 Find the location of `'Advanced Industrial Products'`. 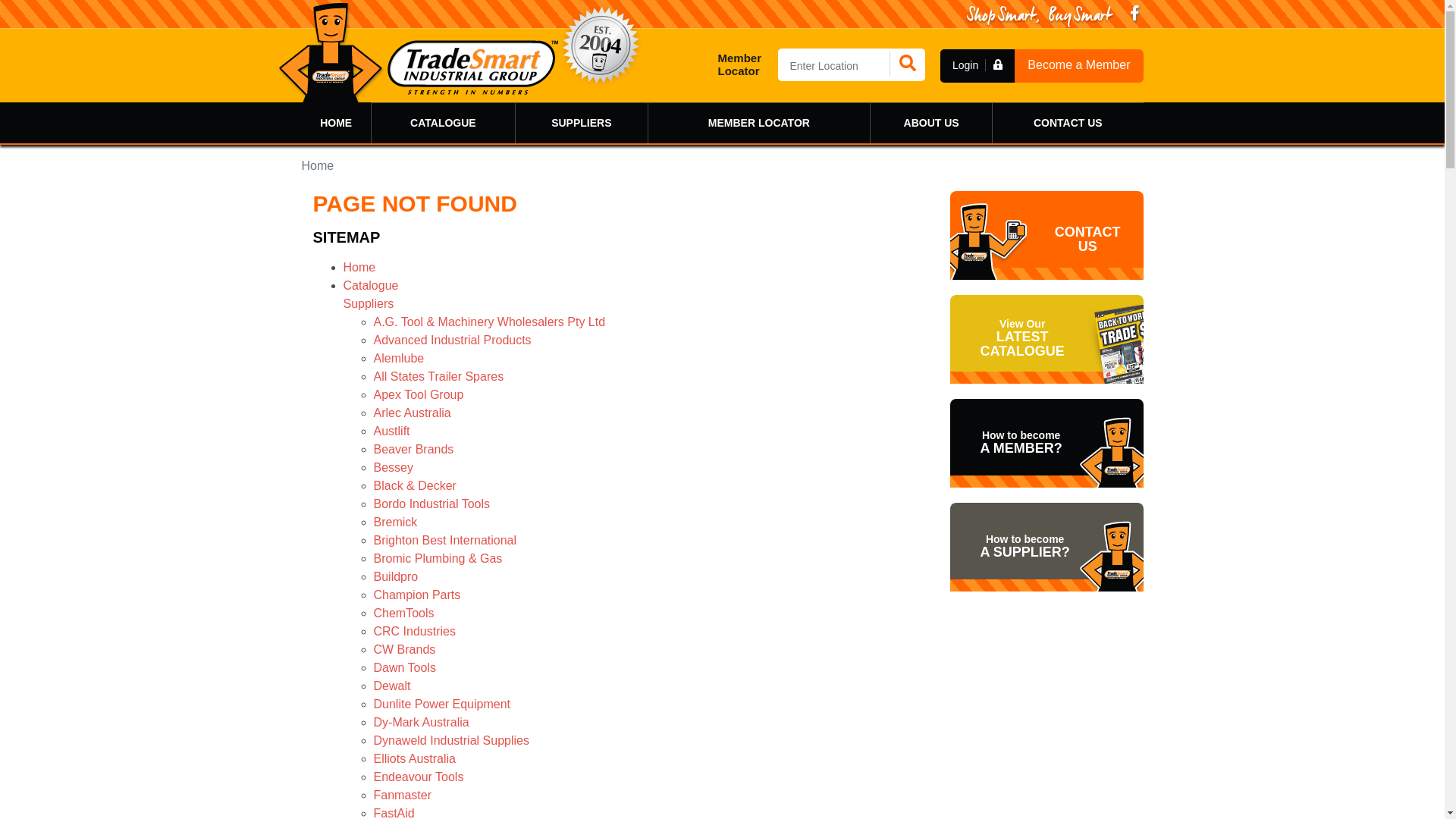

'Advanced Industrial Products' is located at coordinates (450, 339).